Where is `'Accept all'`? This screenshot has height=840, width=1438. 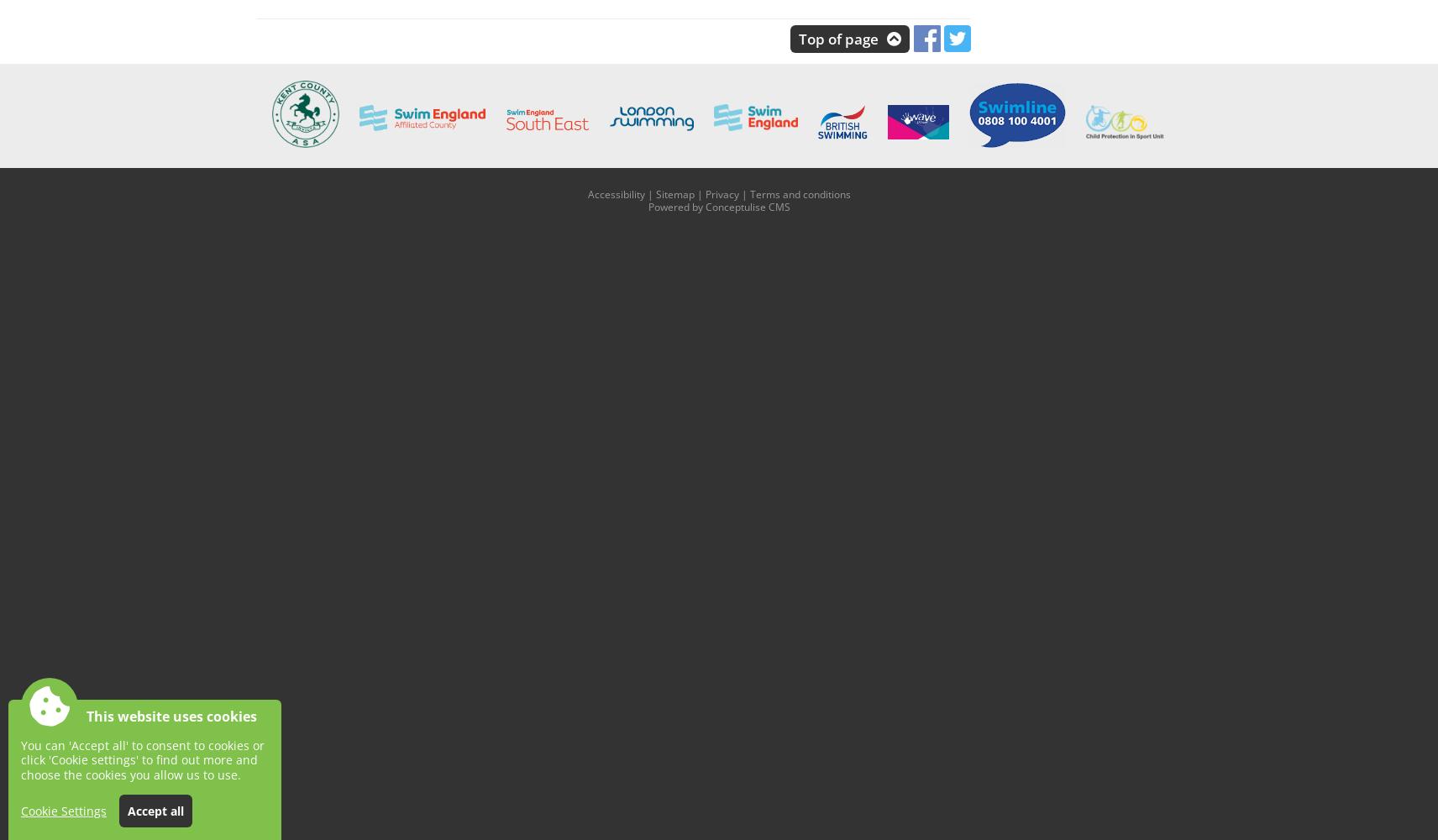 'Accept all' is located at coordinates (155, 810).